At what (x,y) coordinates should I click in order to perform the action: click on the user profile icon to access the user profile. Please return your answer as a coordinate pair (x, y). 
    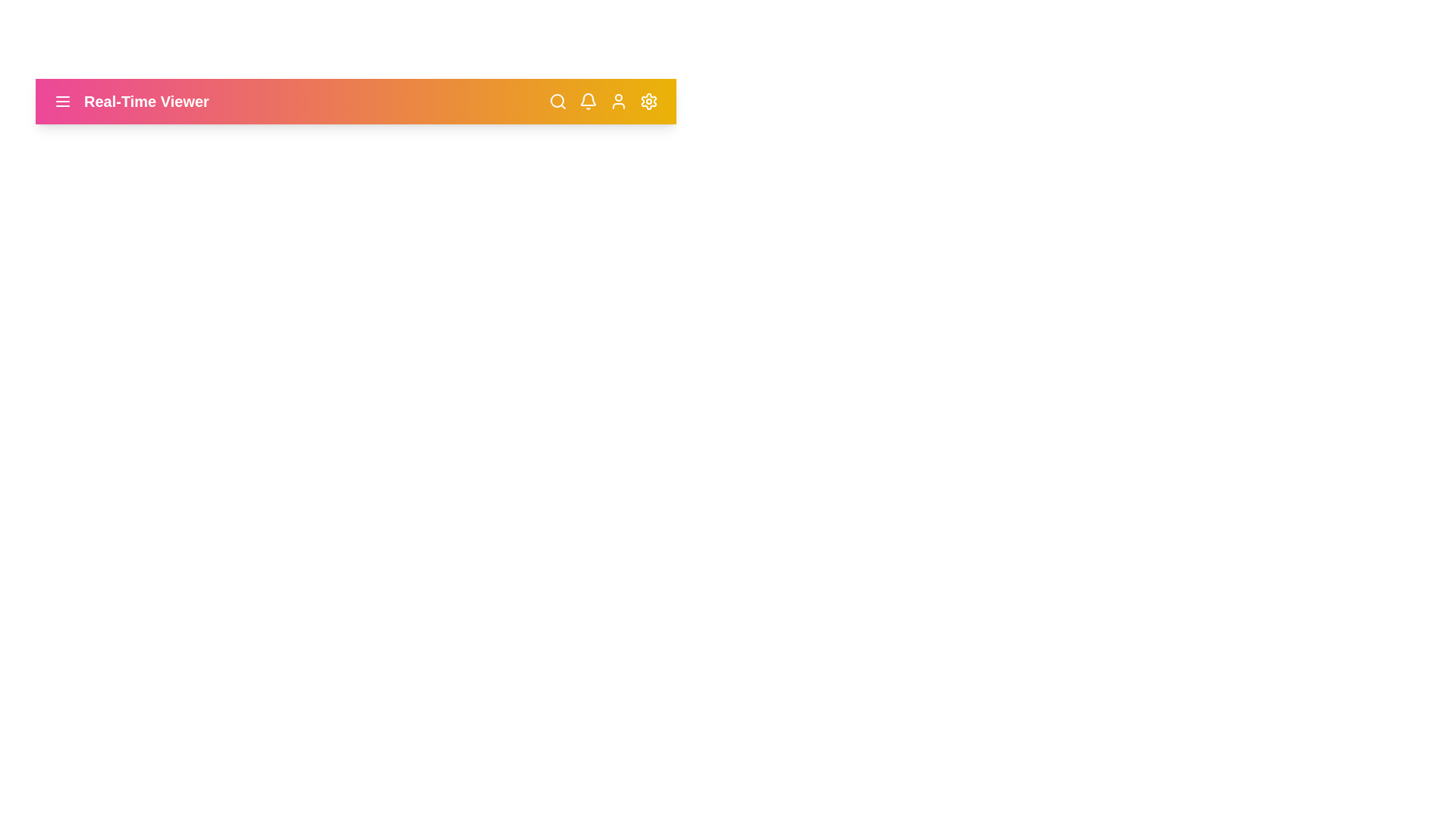
    Looking at the image, I should click on (619, 102).